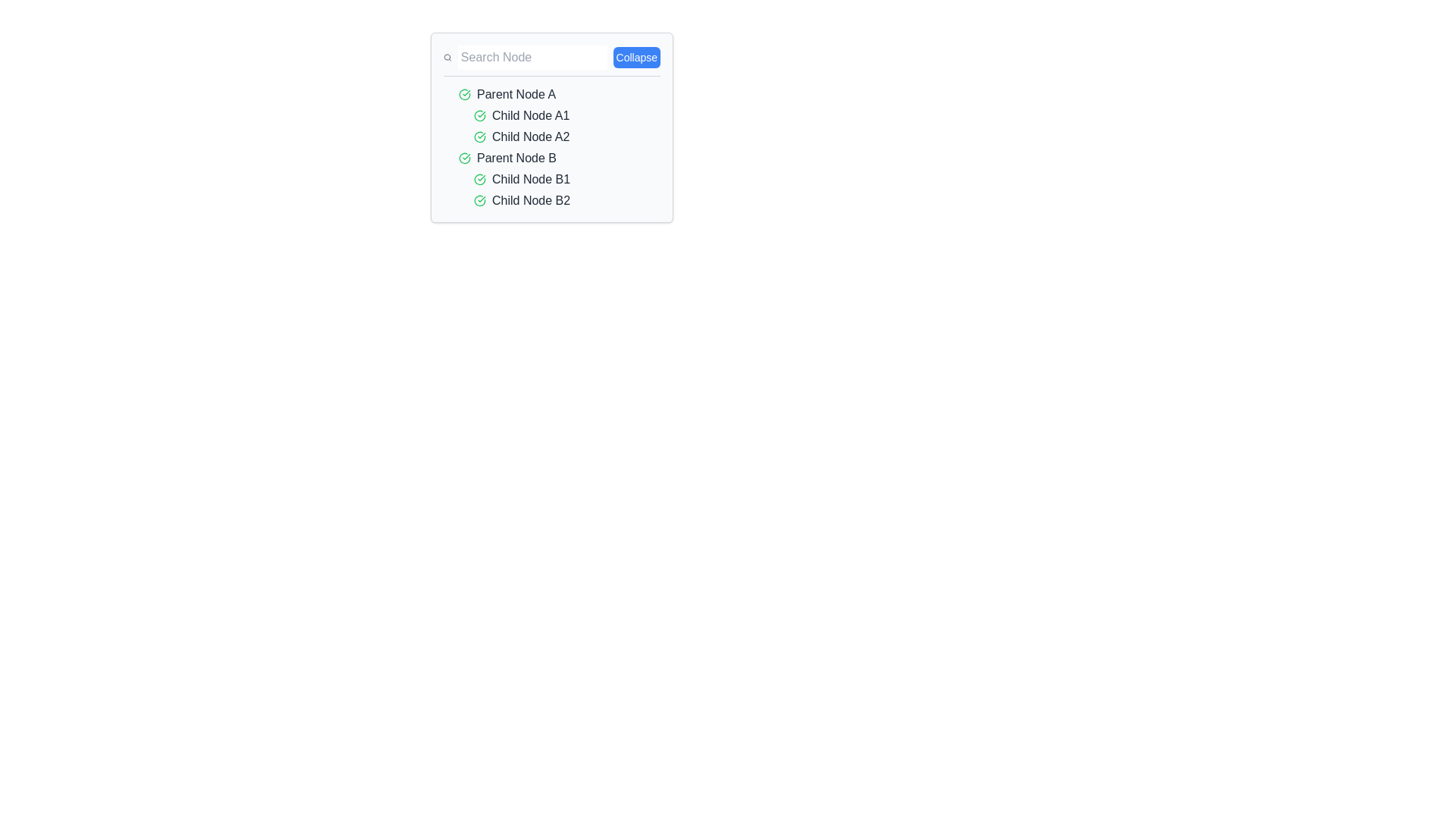  Describe the element at coordinates (516, 94) in the screenshot. I see `the Text element that serves as a node title under the 'Search Node' header, which is the first item in the list of a hierarchical tree structure` at that location.